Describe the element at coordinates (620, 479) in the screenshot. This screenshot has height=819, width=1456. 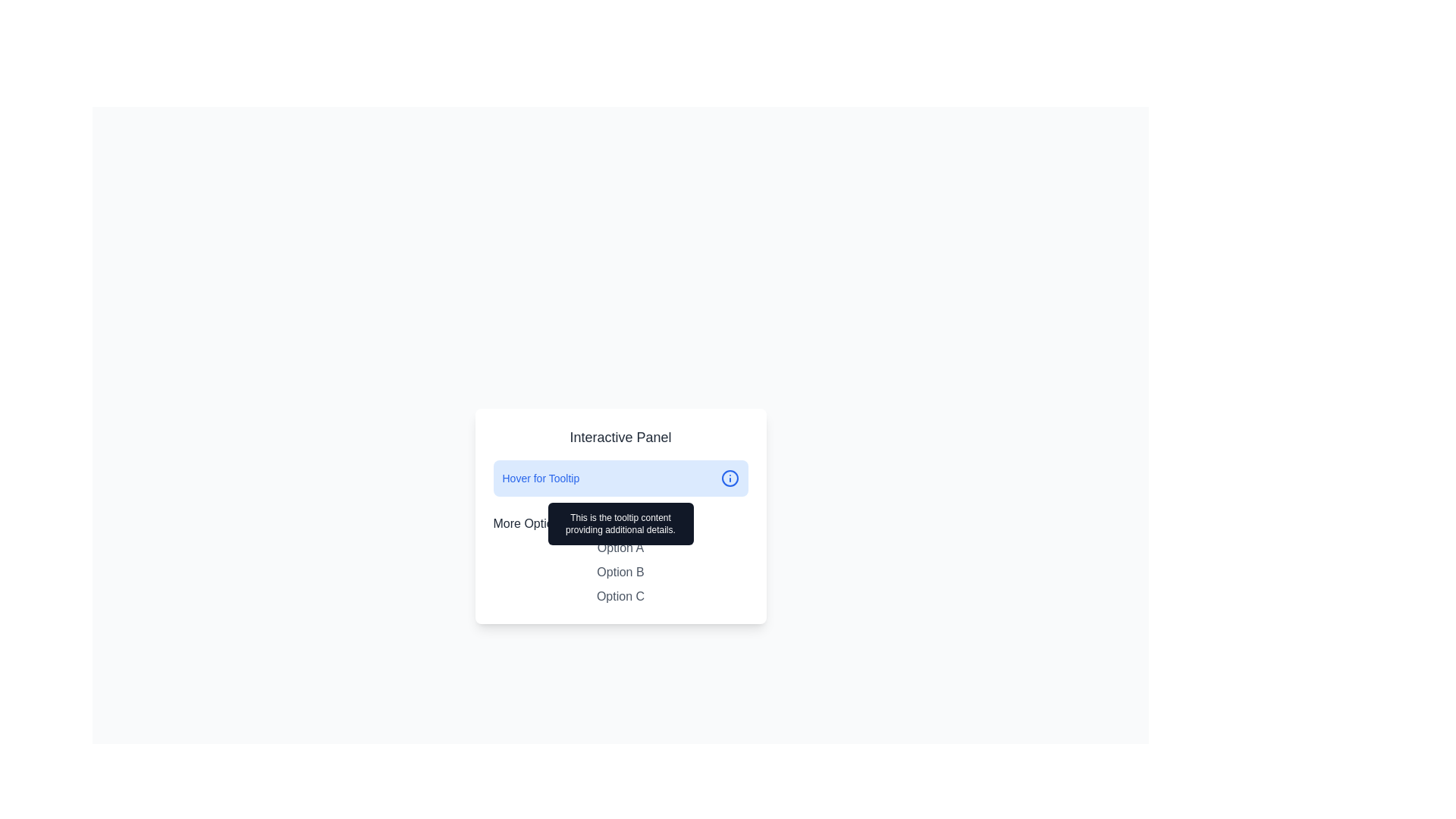
I see `the button labeled 'Hover for Tooltip'` at that location.